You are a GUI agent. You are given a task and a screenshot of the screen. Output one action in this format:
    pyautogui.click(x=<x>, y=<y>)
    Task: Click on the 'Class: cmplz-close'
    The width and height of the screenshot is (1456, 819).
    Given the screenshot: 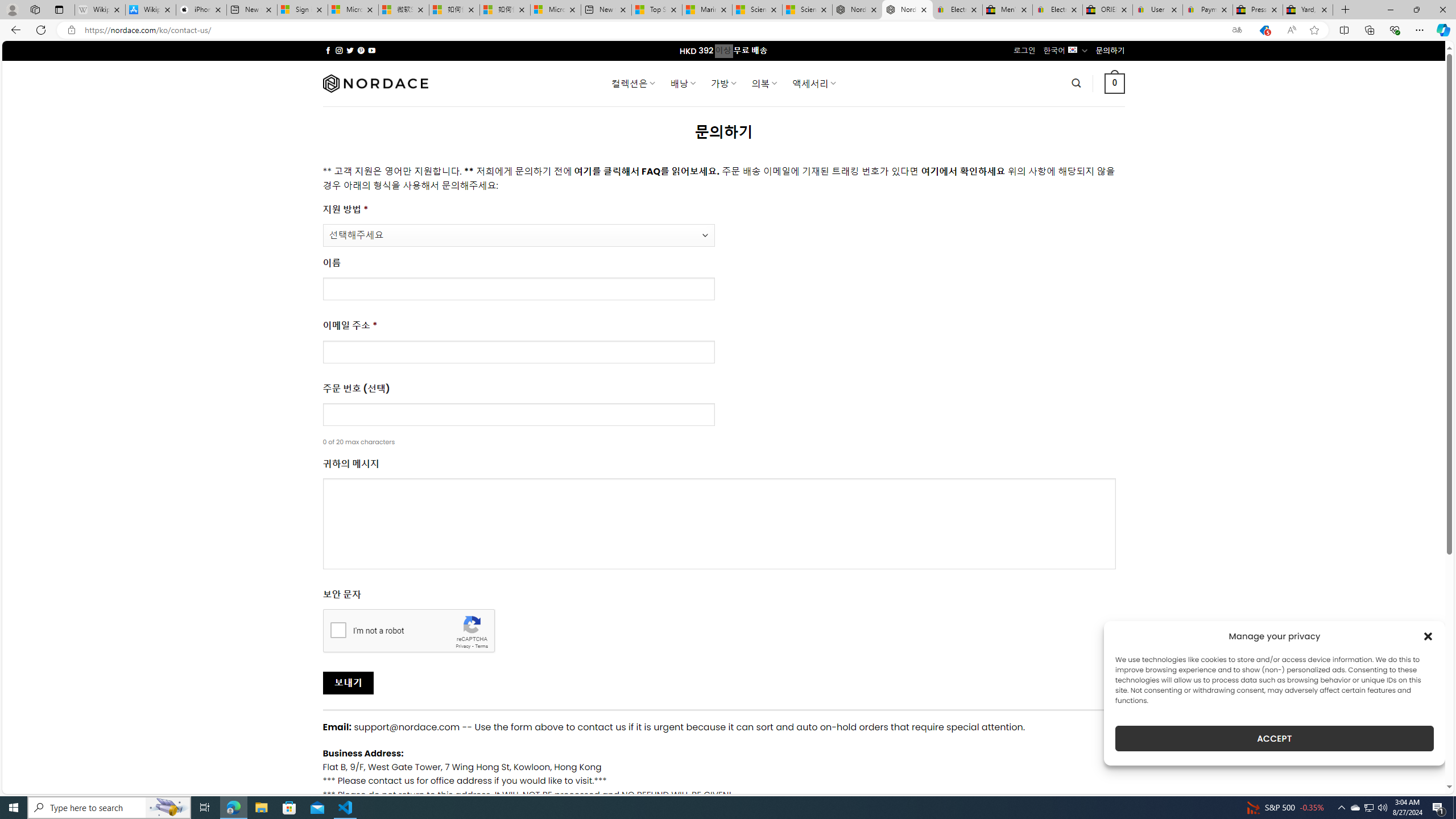 What is the action you would take?
    pyautogui.click(x=1428, y=636)
    